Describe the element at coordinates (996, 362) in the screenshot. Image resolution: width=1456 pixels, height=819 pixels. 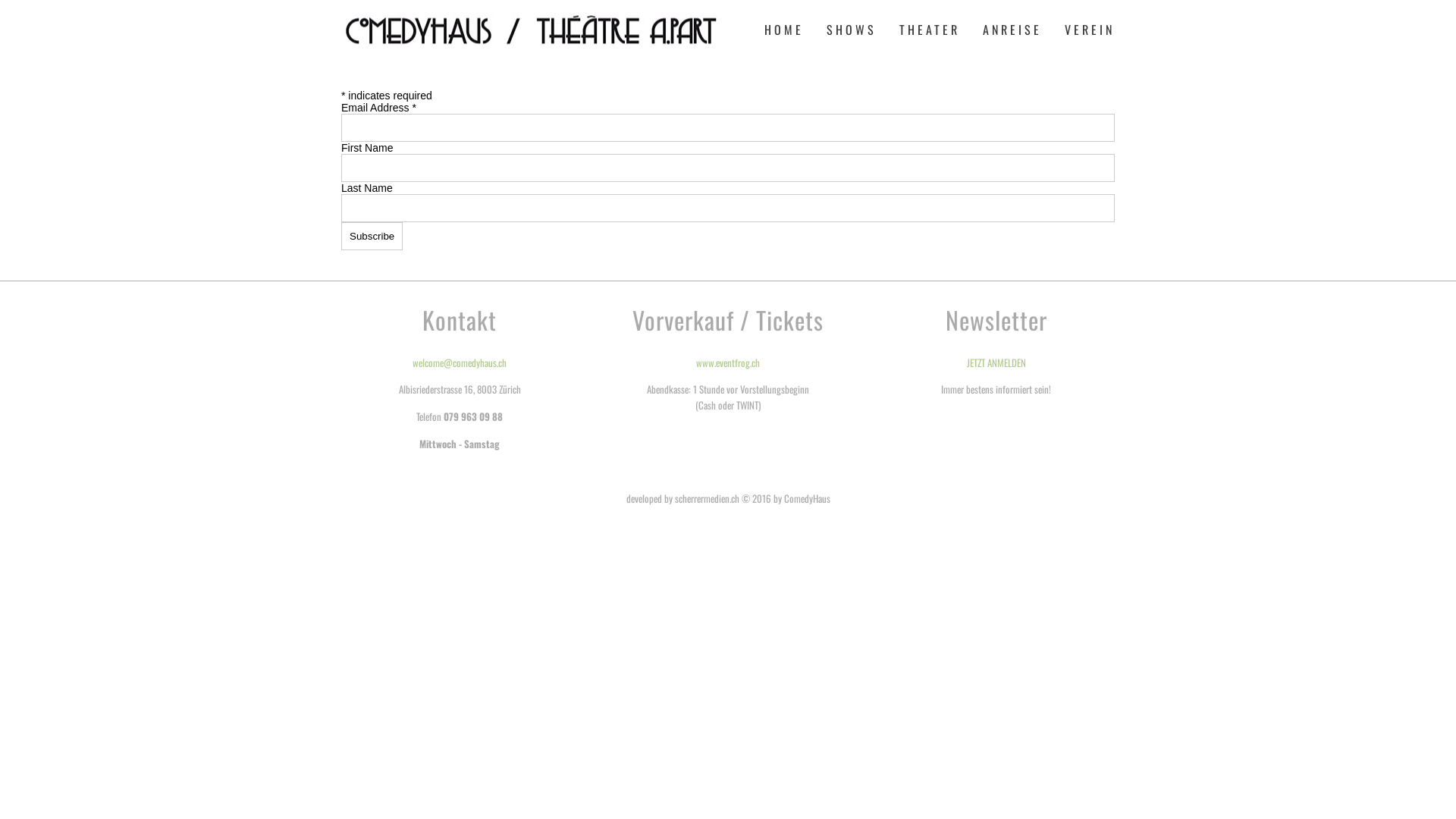
I see `'JETZT ANMELDEN'` at that location.